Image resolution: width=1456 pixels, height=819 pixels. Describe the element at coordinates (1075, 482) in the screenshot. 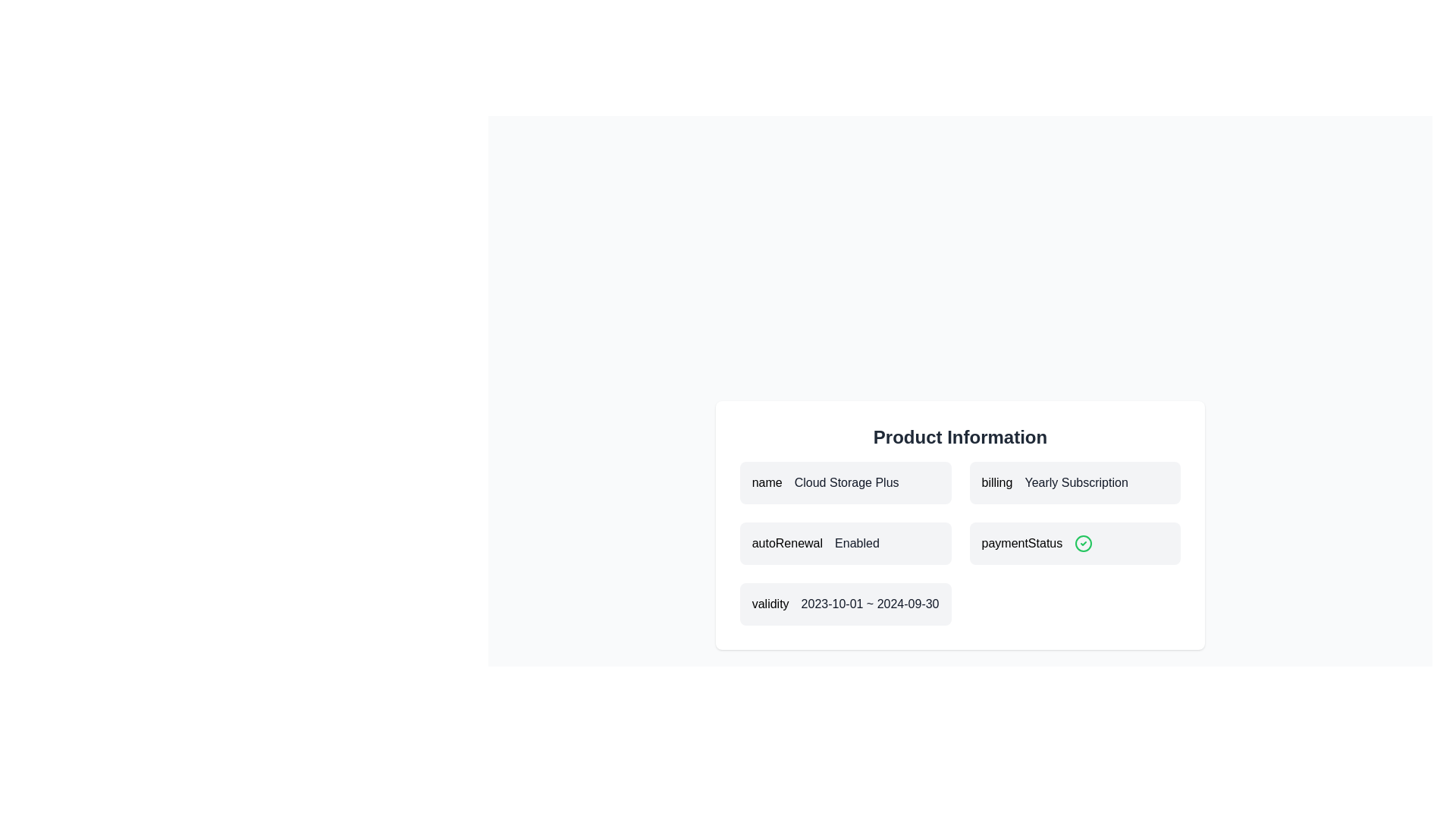

I see `the Text Label indicating the selected billing plan in the 'Product Information' card` at that location.